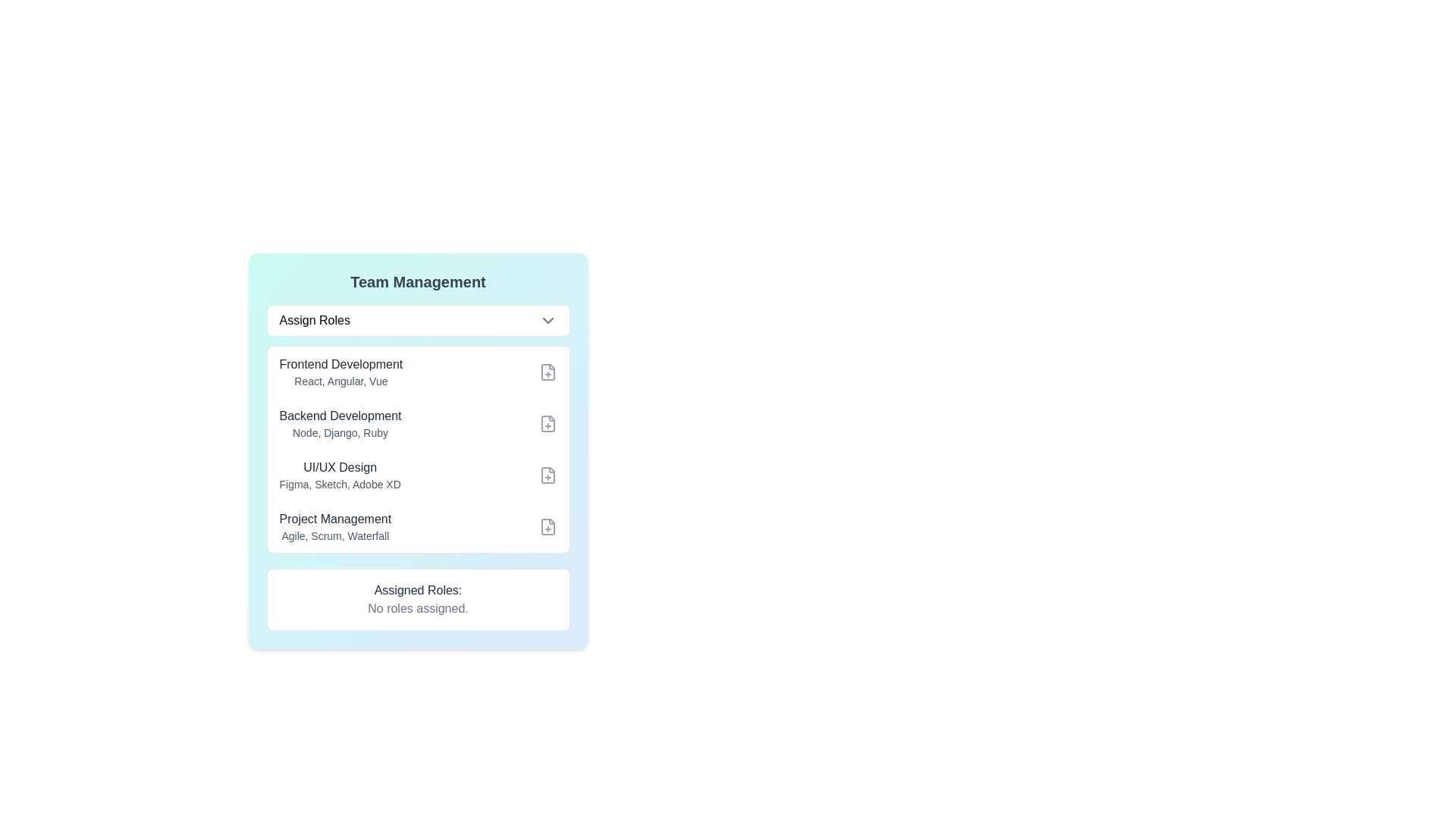  I want to click on the text label titled 'UI/UX Design' which is the third item in the vertically stacked list under the 'Team Management' box, positioned between 'Backend Development' and 'Project Management', so click(339, 475).